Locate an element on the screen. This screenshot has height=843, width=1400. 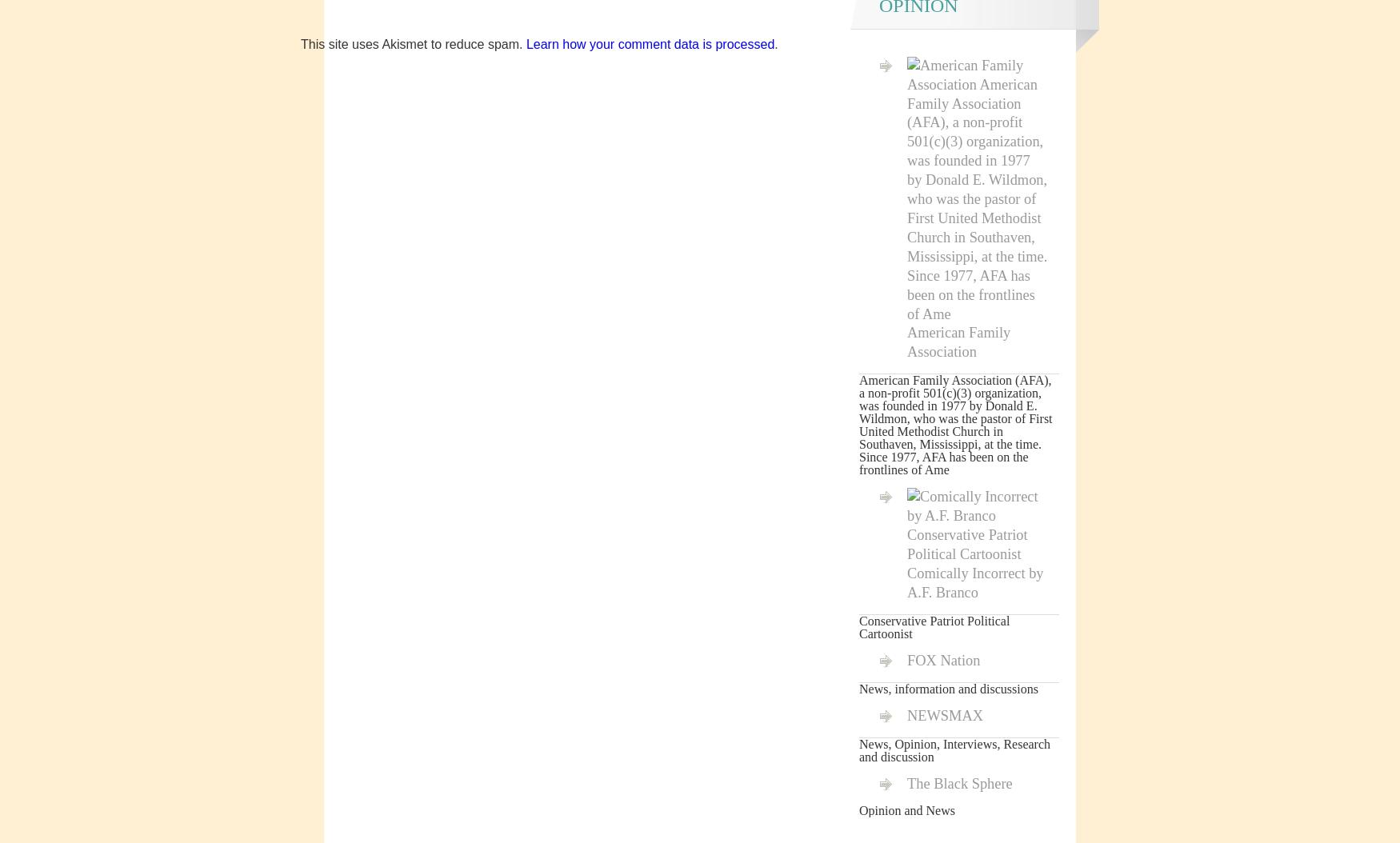
'Opinion and News' is located at coordinates (906, 809).